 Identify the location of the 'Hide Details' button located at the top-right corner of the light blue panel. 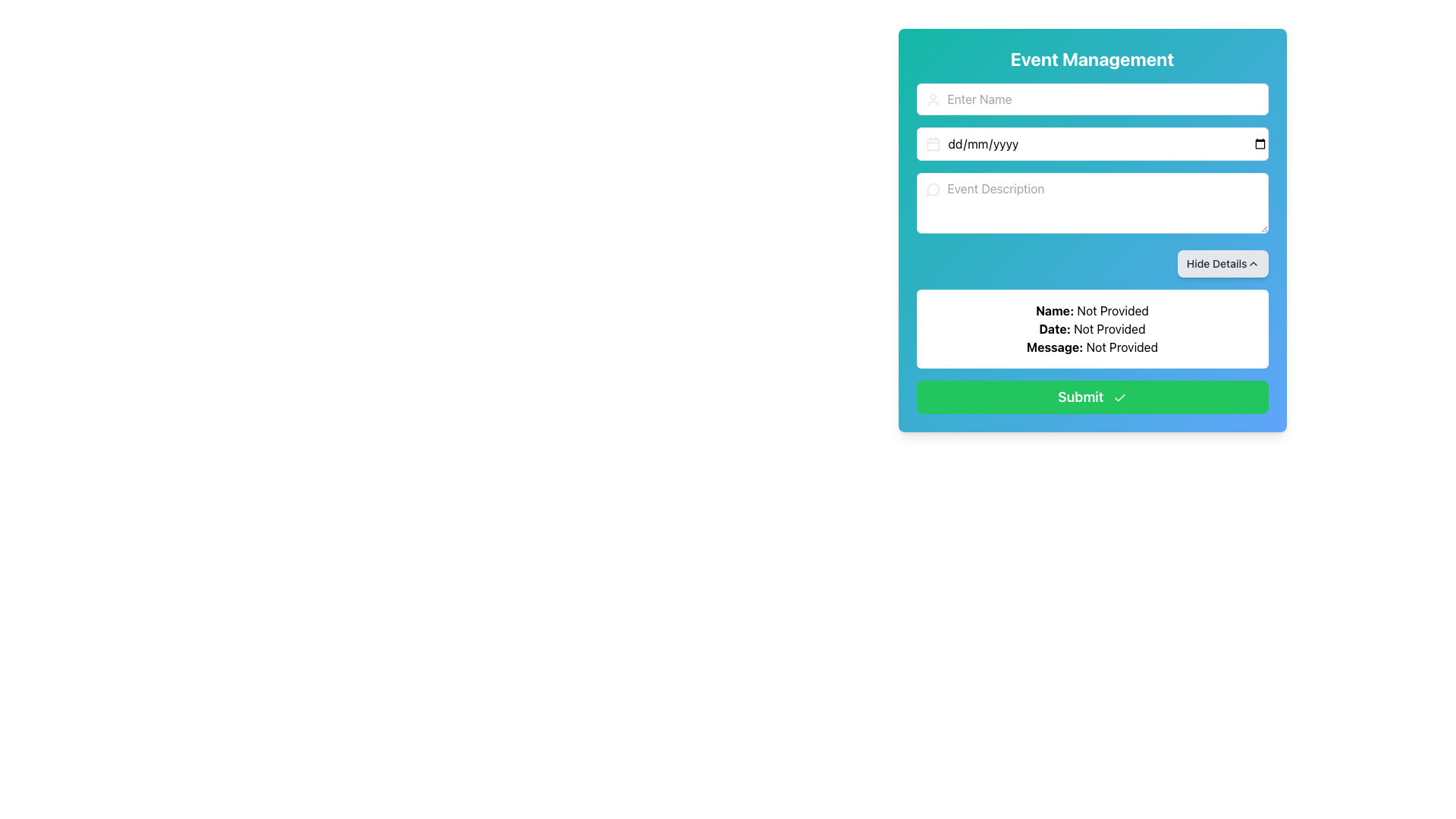
(1222, 262).